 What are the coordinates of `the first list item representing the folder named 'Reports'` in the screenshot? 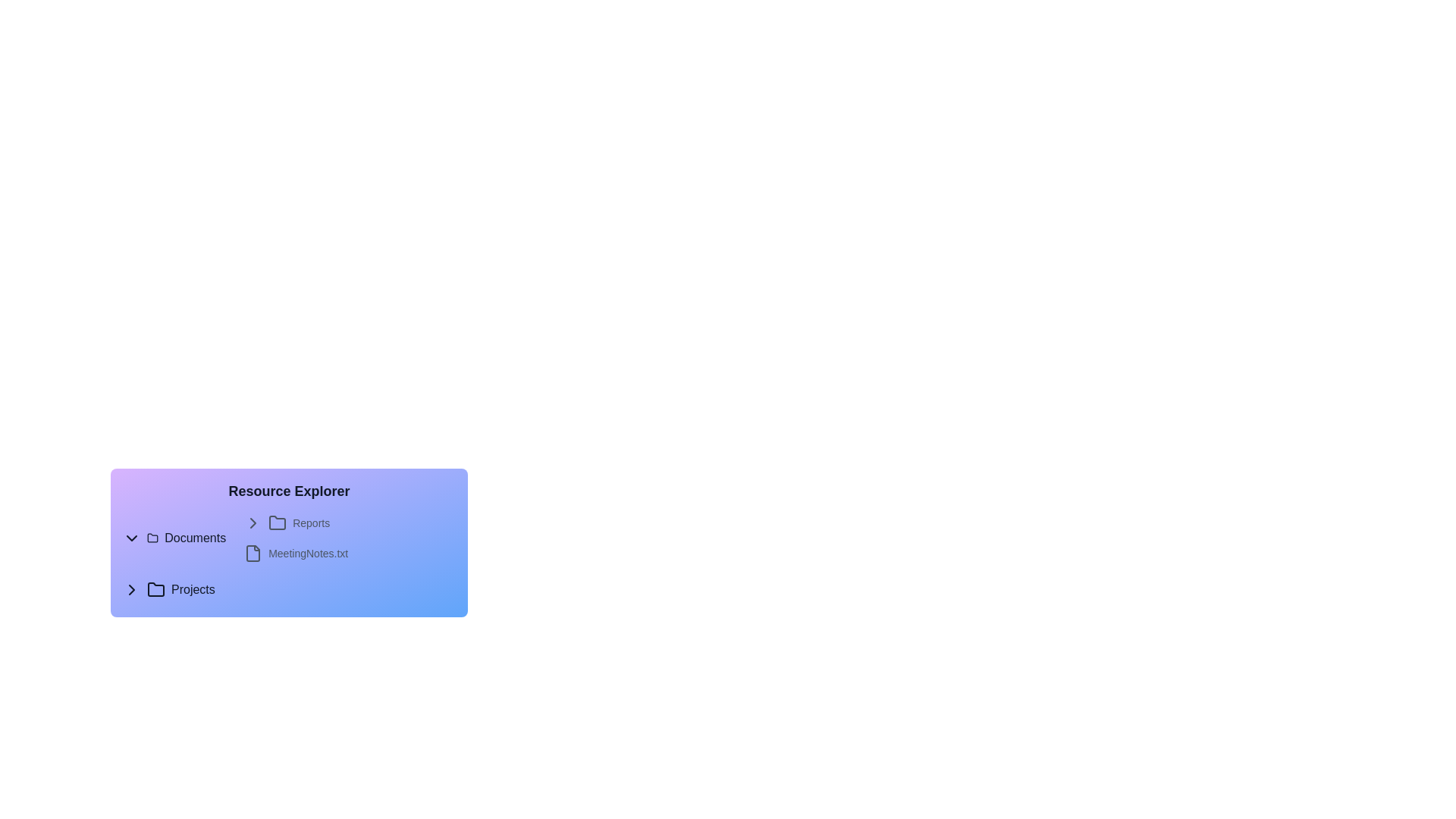 It's located at (349, 522).